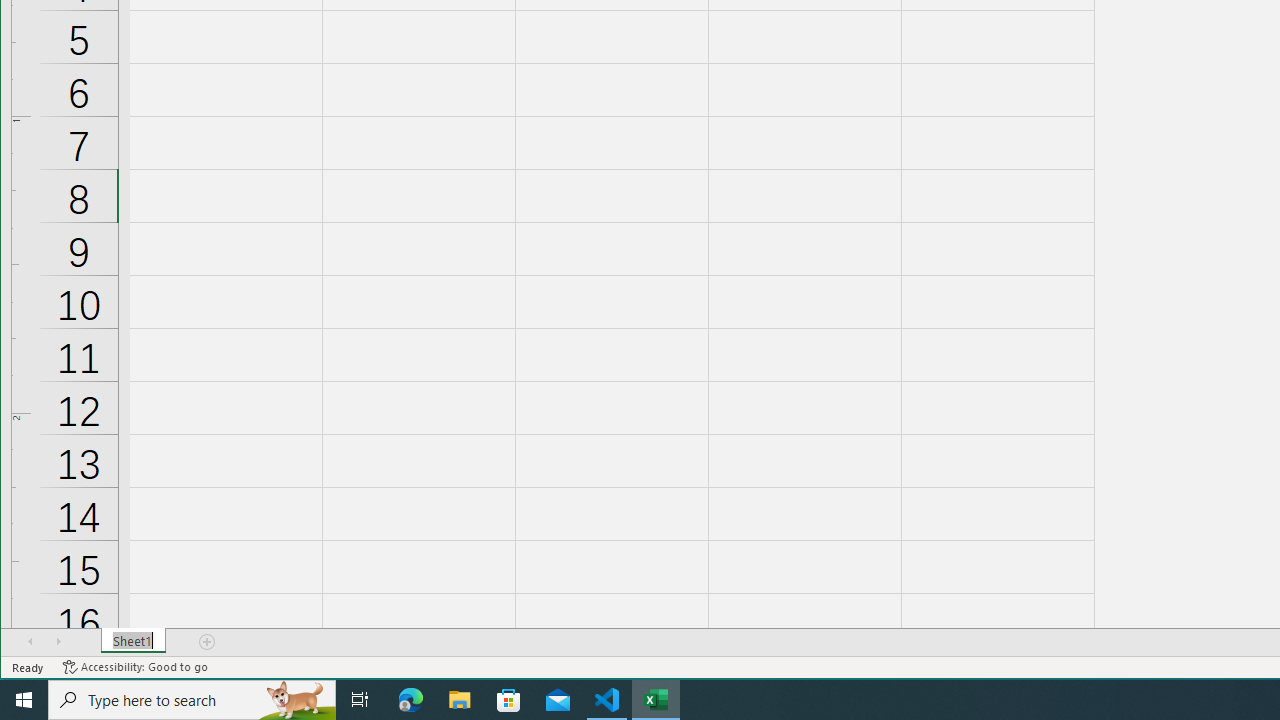  What do you see at coordinates (132, 641) in the screenshot?
I see `'Sheet1'` at bounding box center [132, 641].